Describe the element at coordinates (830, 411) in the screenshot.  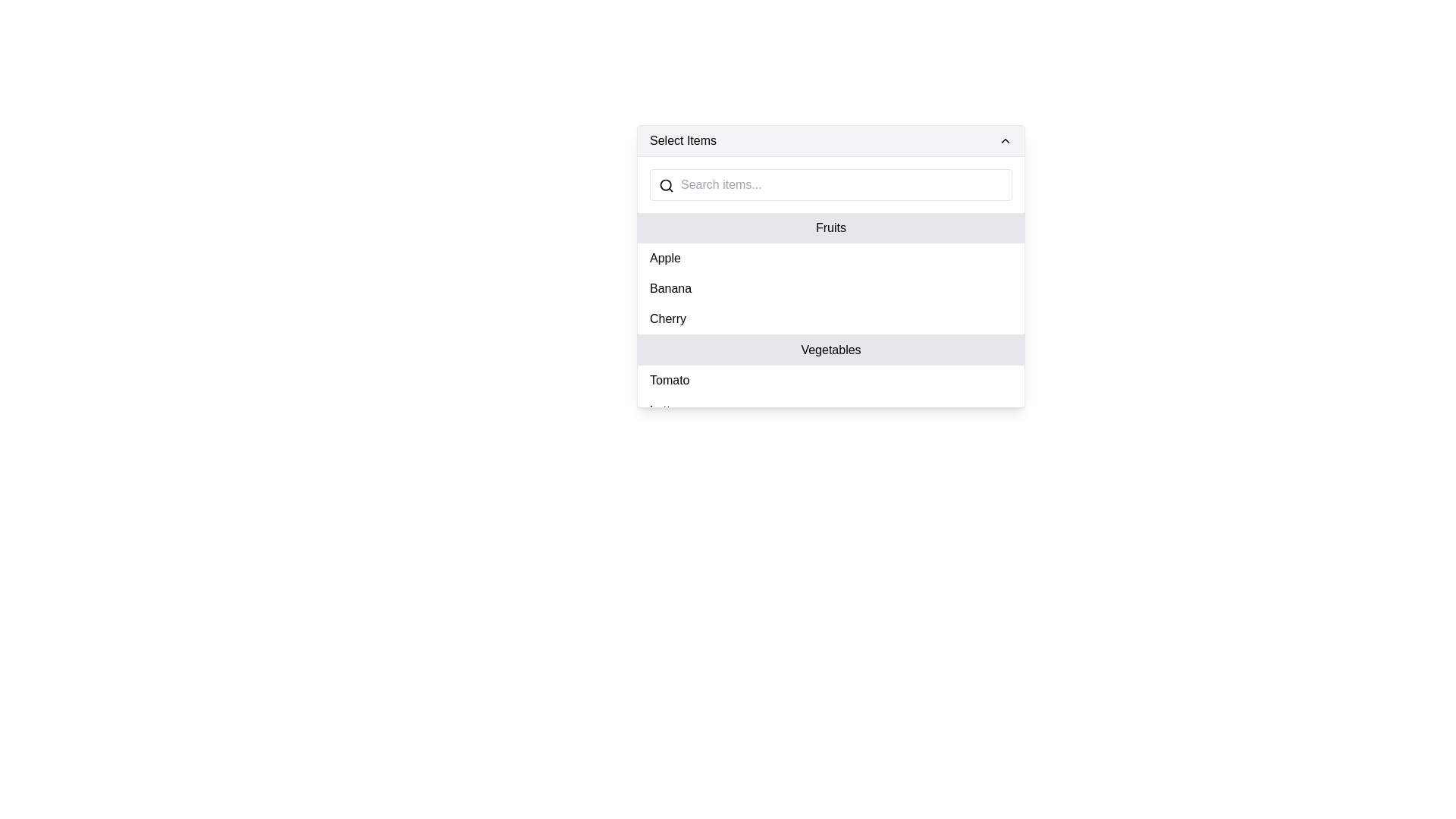
I see `the 'Lettuce' list item element, which is the second item under the 'Vegetables' section of a dropdown menu` at that location.